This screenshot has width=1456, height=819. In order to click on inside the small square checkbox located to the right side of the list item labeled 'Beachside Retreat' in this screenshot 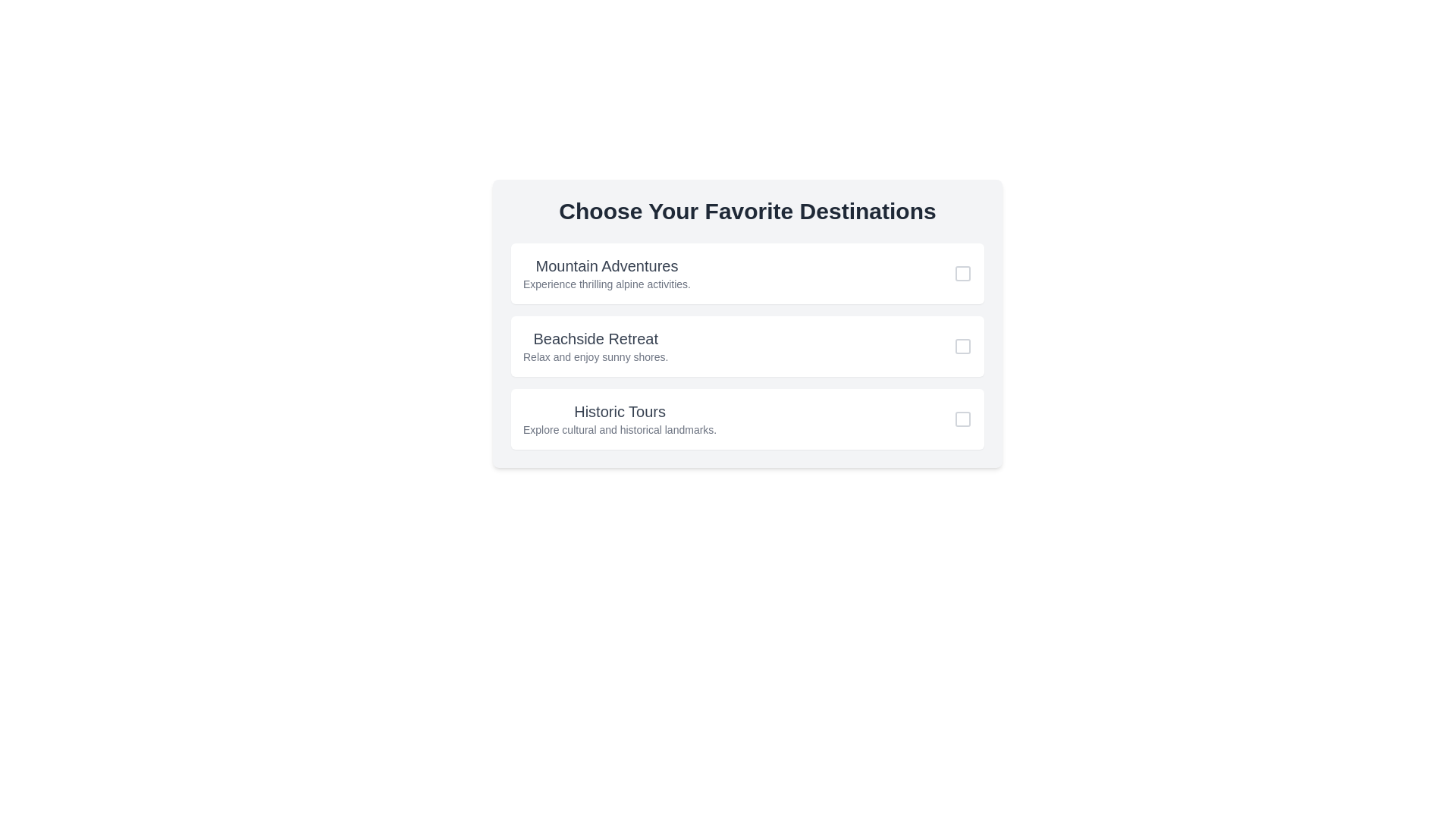, I will do `click(962, 346)`.